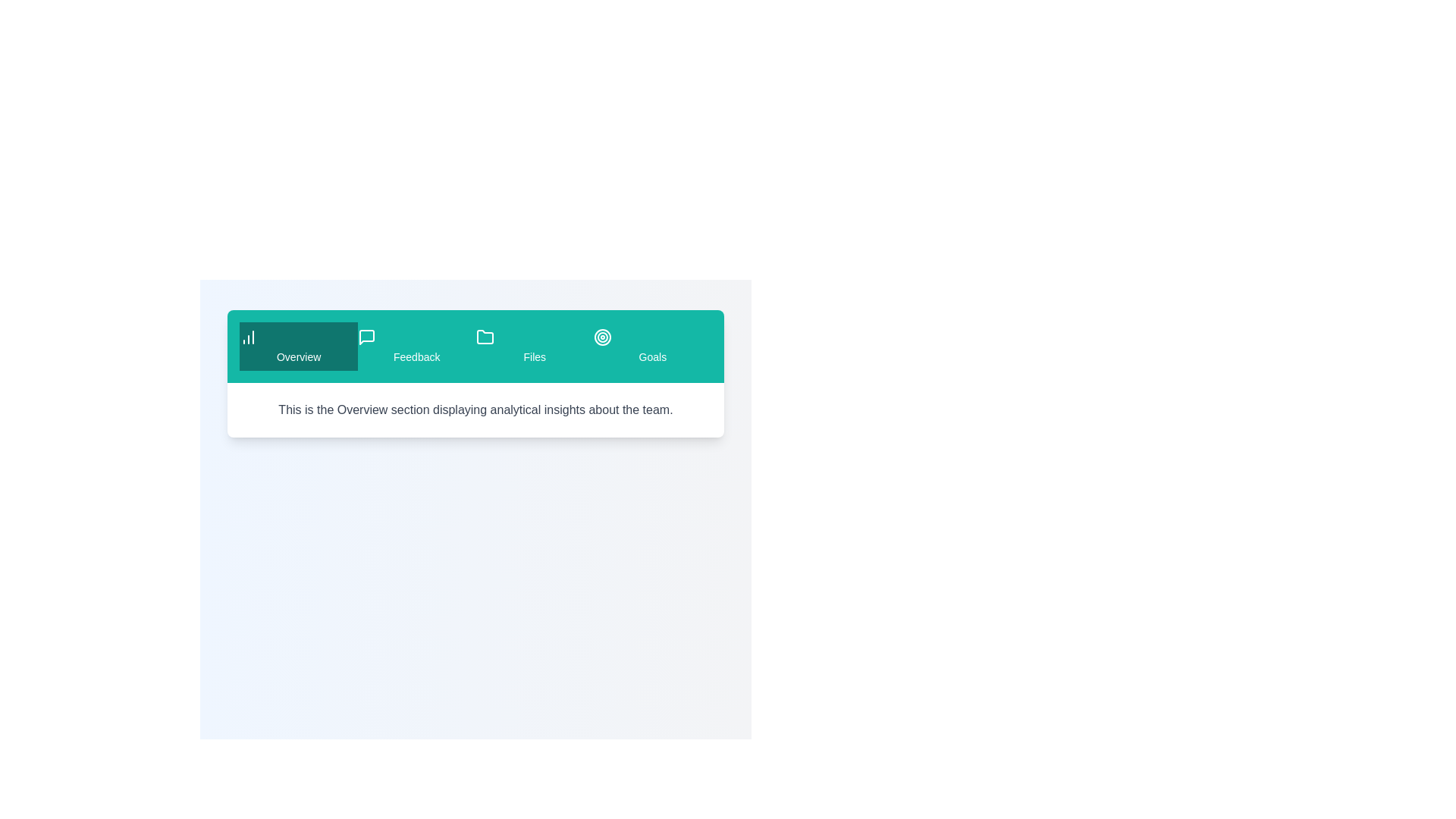  What do you see at coordinates (416, 346) in the screenshot?
I see `the tab Feedback to view its content` at bounding box center [416, 346].